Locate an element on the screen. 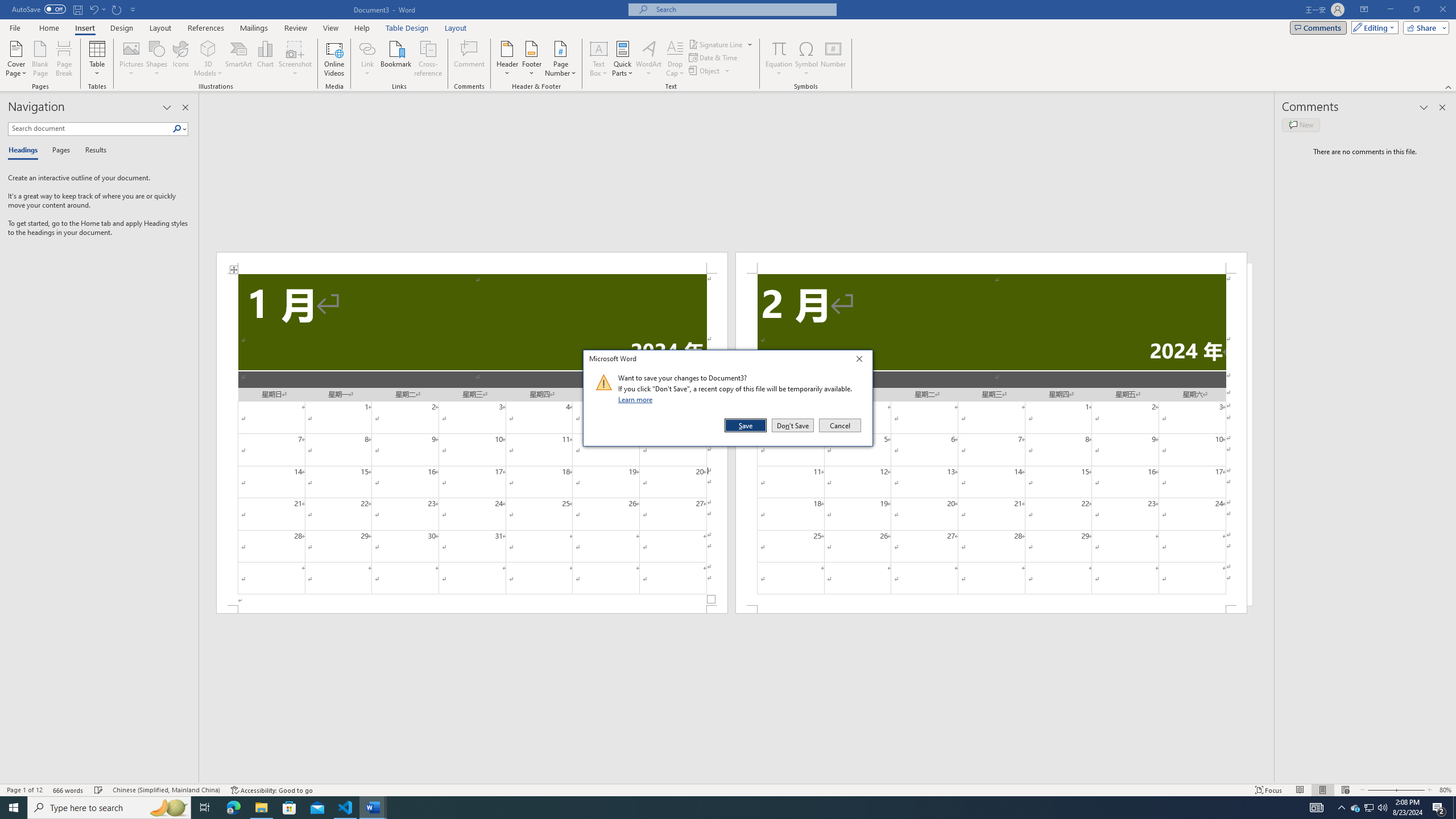 This screenshot has height=819, width=1456. 'Cancel' is located at coordinates (839, 425).